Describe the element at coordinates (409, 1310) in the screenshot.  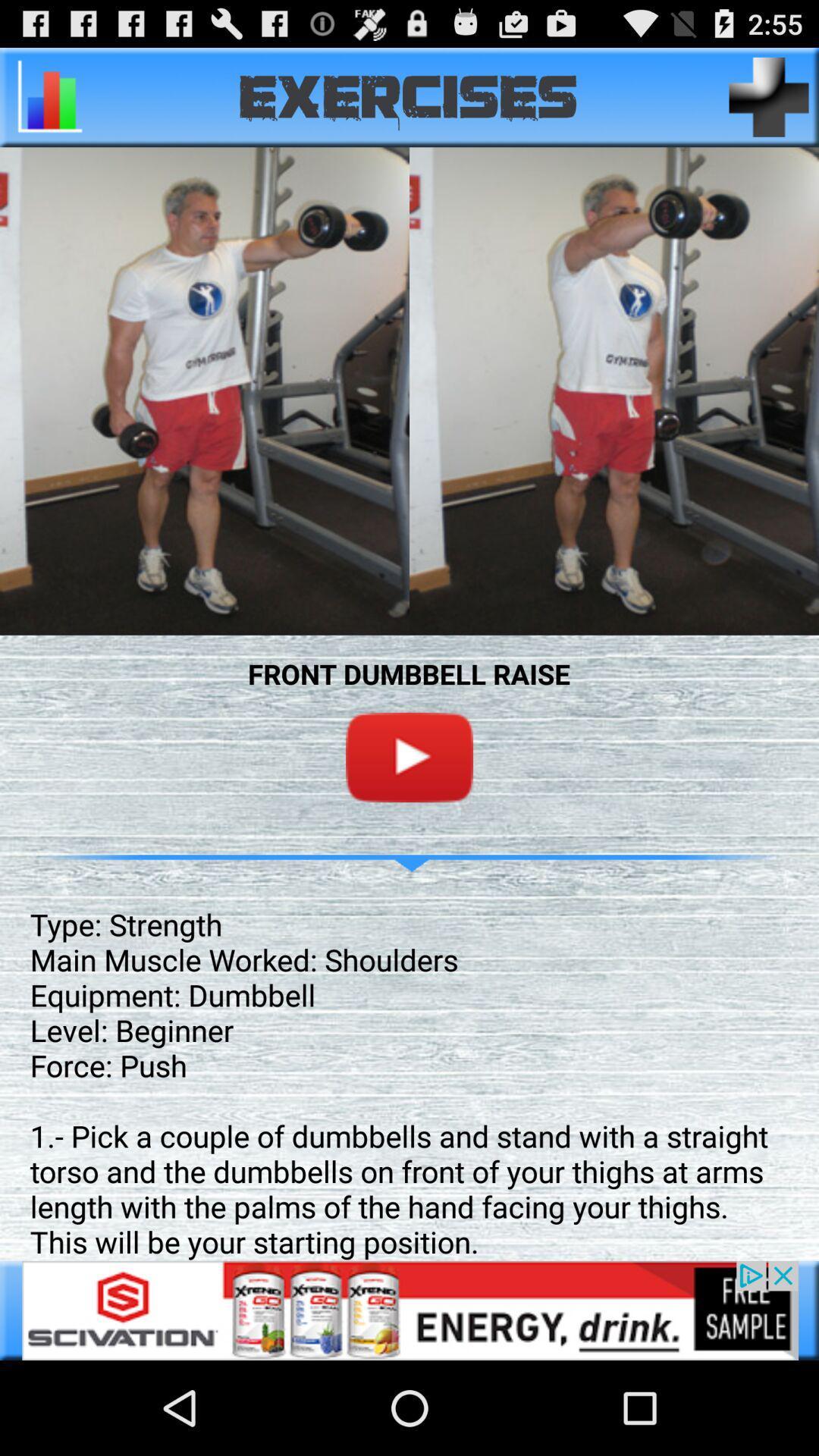
I see `watch advertisement` at that location.